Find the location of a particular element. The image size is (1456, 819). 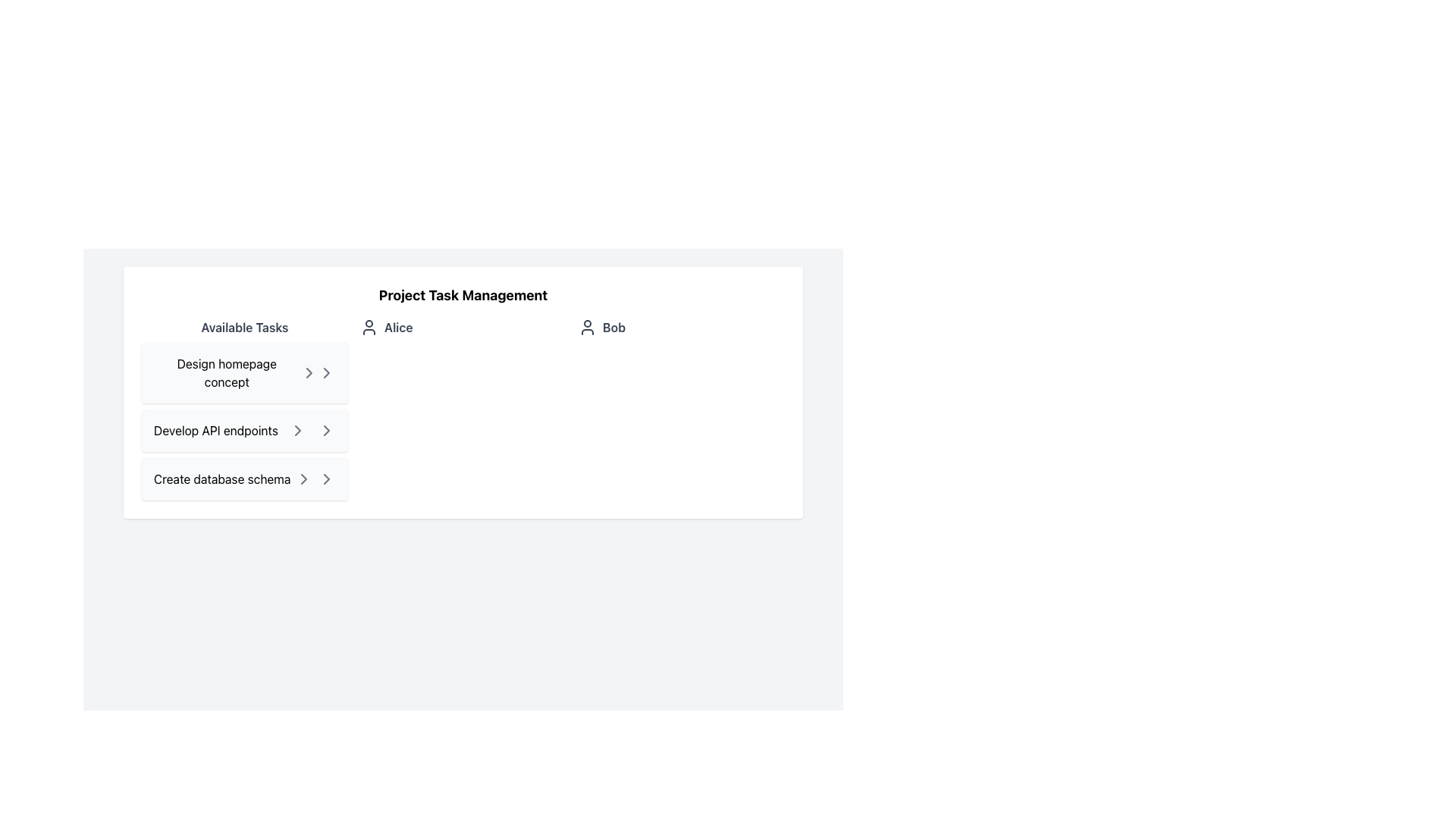

the small right-pointing chevron icon located to the right of the 'Develop API endpoints' label in the 'Available Tasks' section is located at coordinates (298, 430).